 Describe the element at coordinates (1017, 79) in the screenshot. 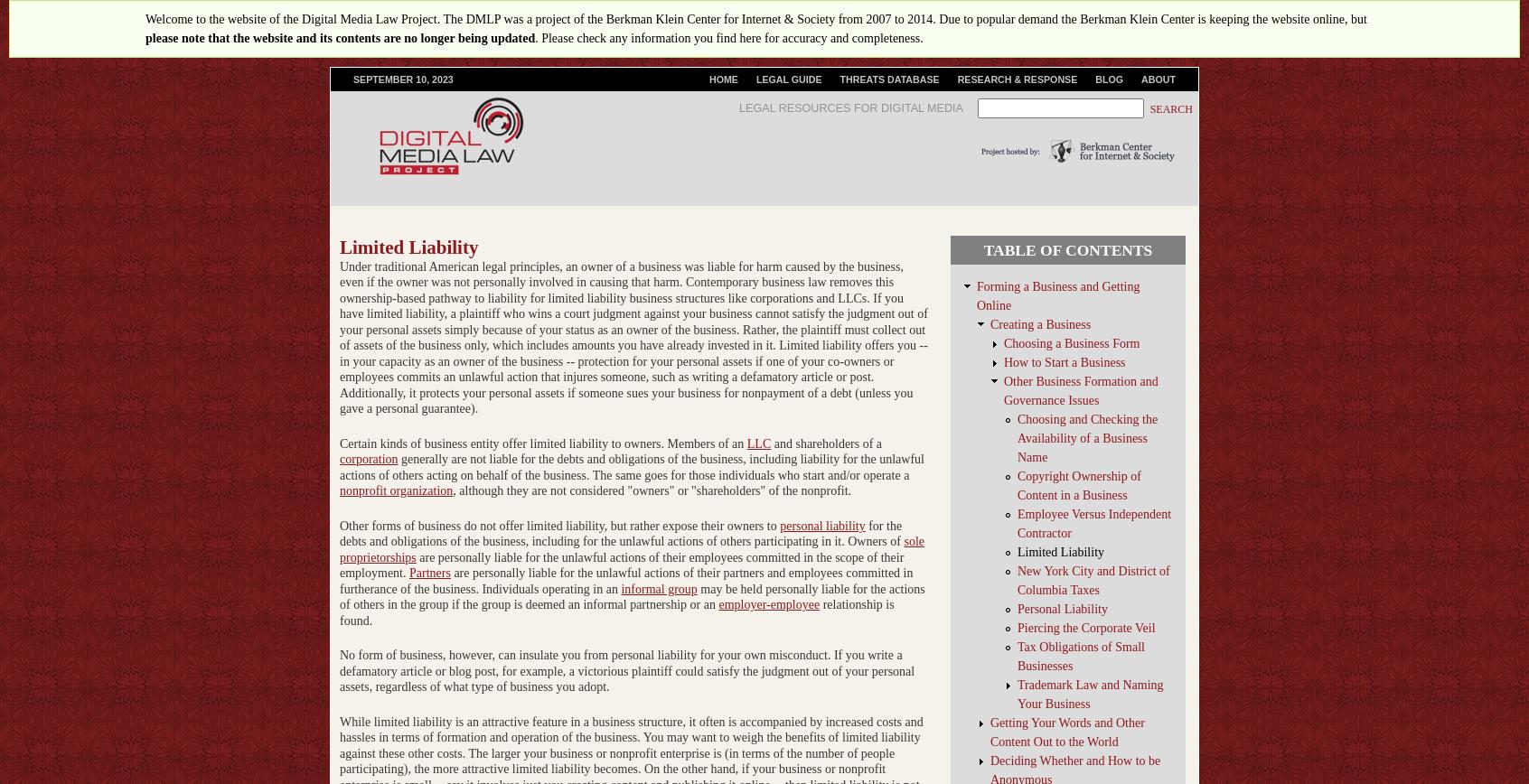

I see `'Research & Response'` at that location.